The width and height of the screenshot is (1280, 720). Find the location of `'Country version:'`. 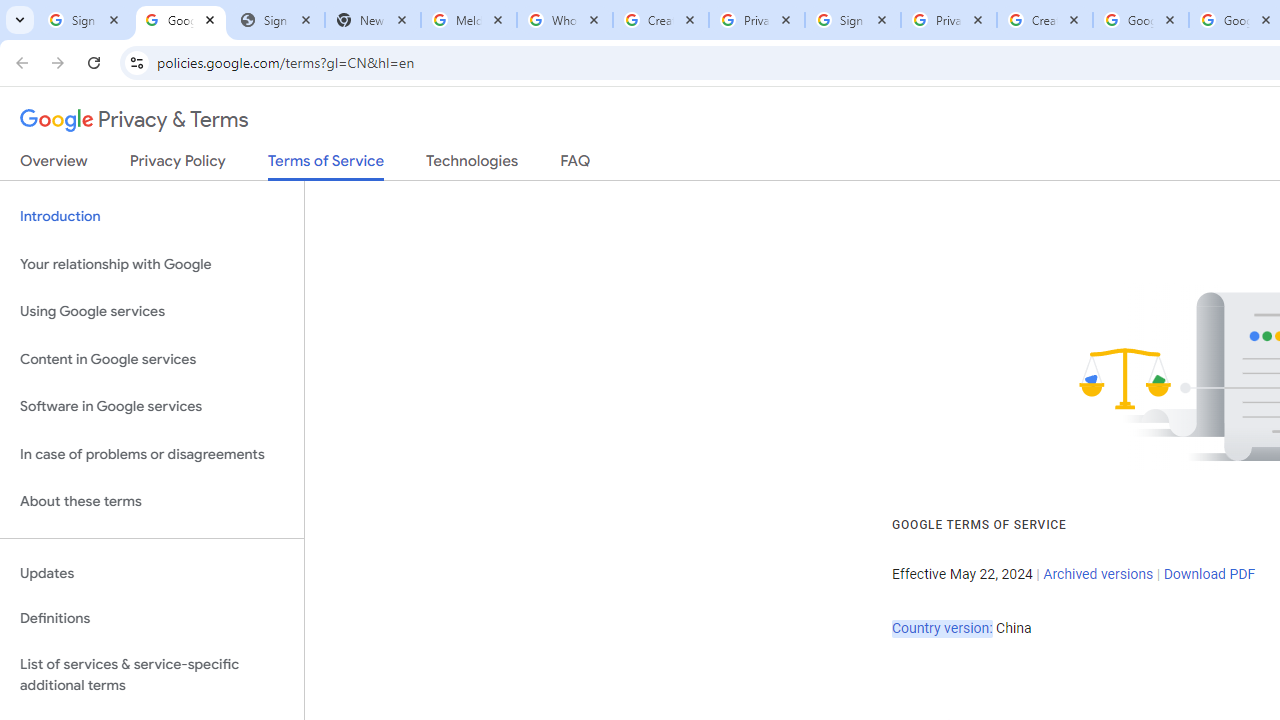

'Country version:' is located at coordinates (941, 627).